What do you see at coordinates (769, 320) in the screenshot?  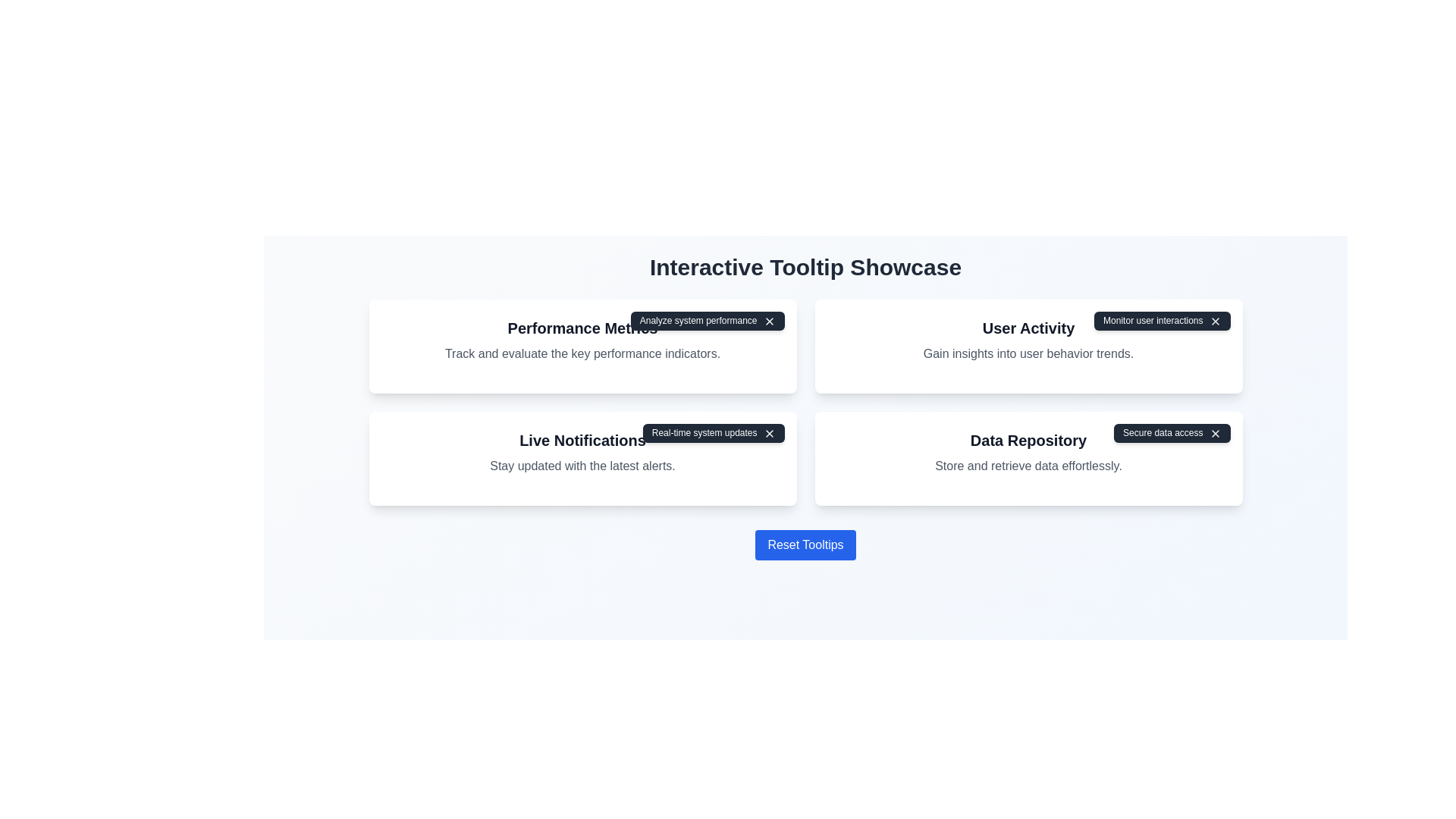 I see `the Close button, a small circular icon with an 'X' symbol, located in the top right corner of the 'Analyze system performance' tooltip` at bounding box center [769, 320].